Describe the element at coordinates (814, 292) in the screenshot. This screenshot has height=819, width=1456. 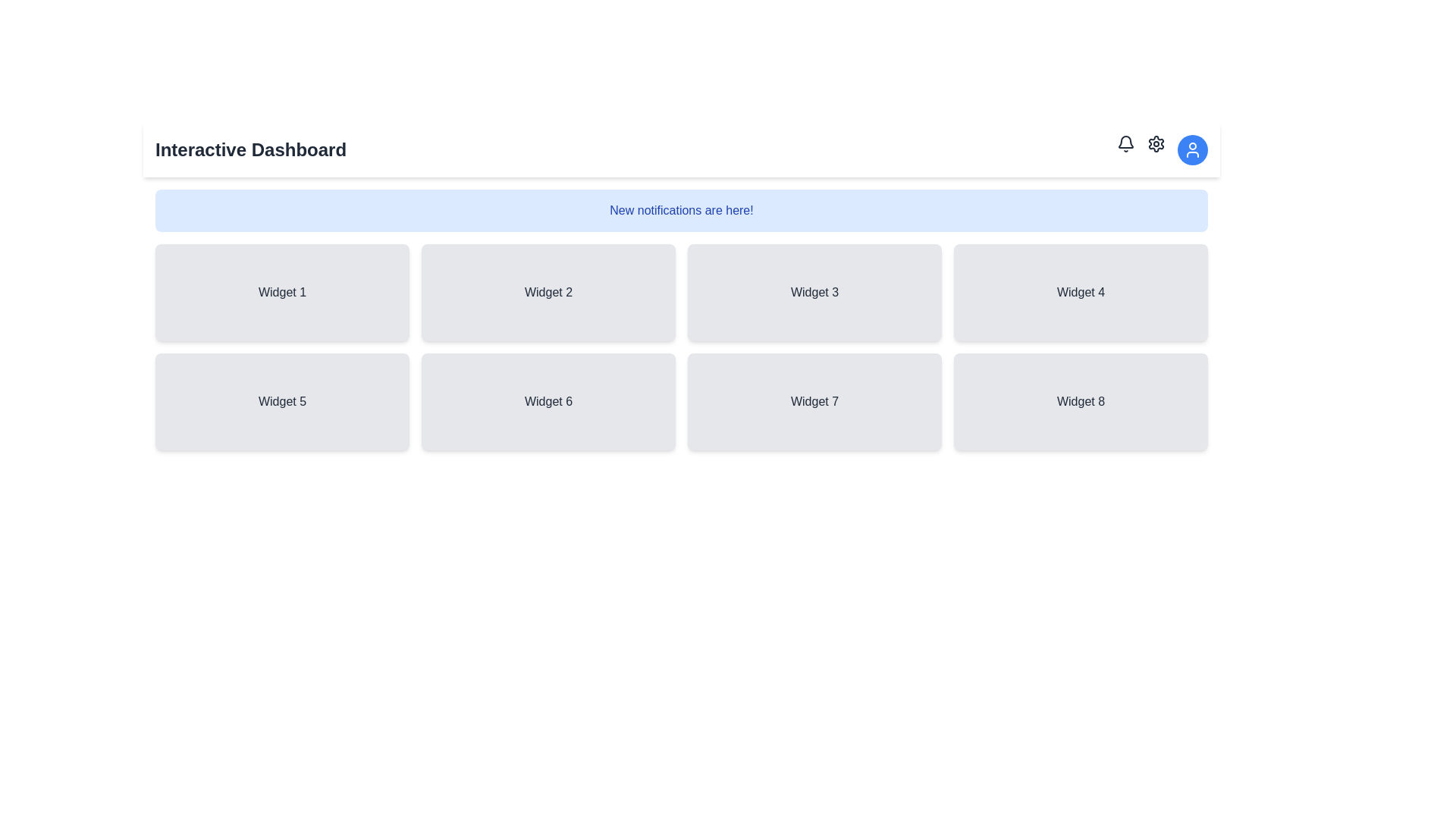
I see `the label 'Widget 3' on the gray panel with rounded corners located in the top row of the grid layout` at that location.